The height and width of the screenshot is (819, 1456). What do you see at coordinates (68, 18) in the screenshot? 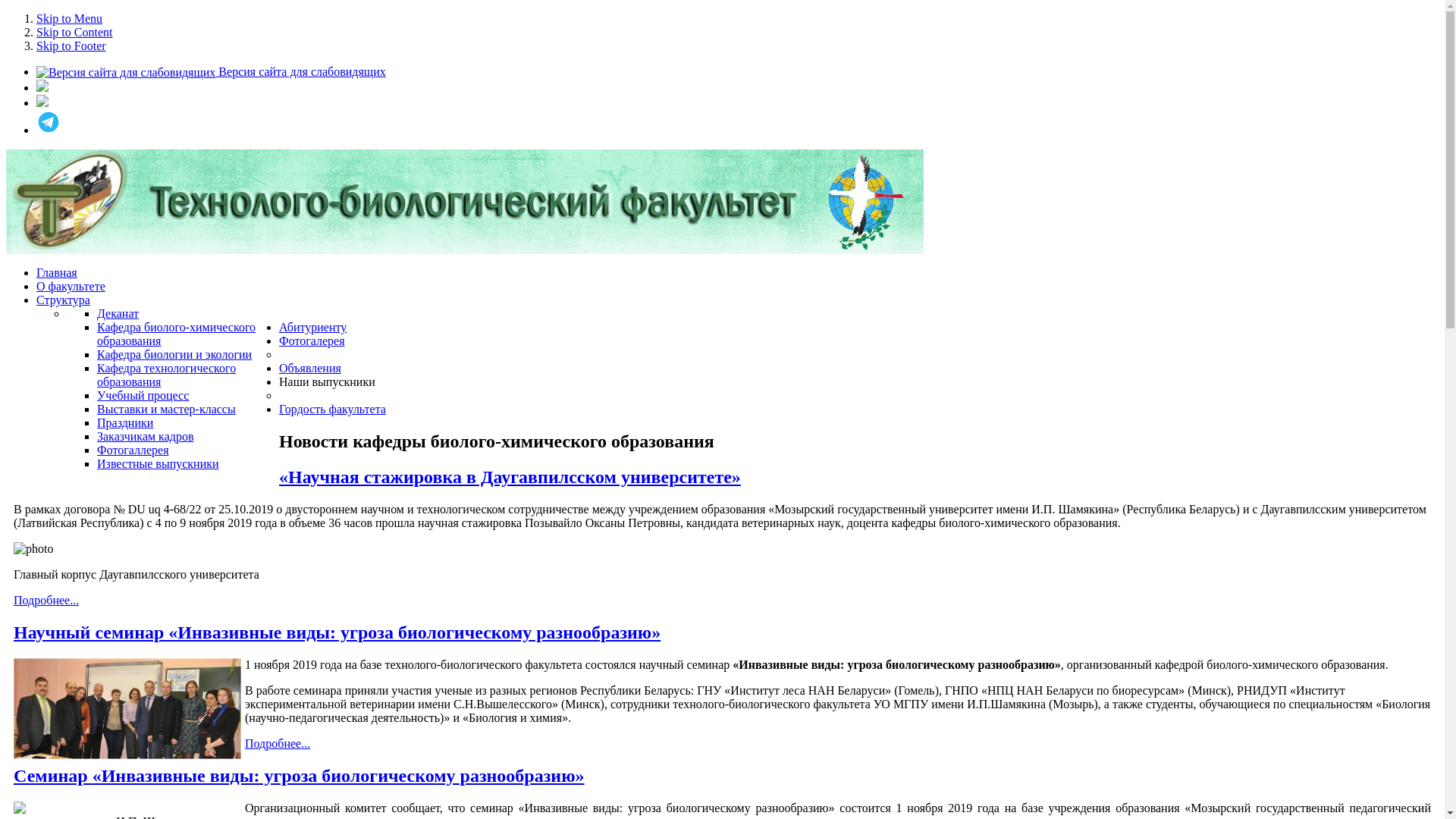
I see `'Skip to Menu'` at bounding box center [68, 18].